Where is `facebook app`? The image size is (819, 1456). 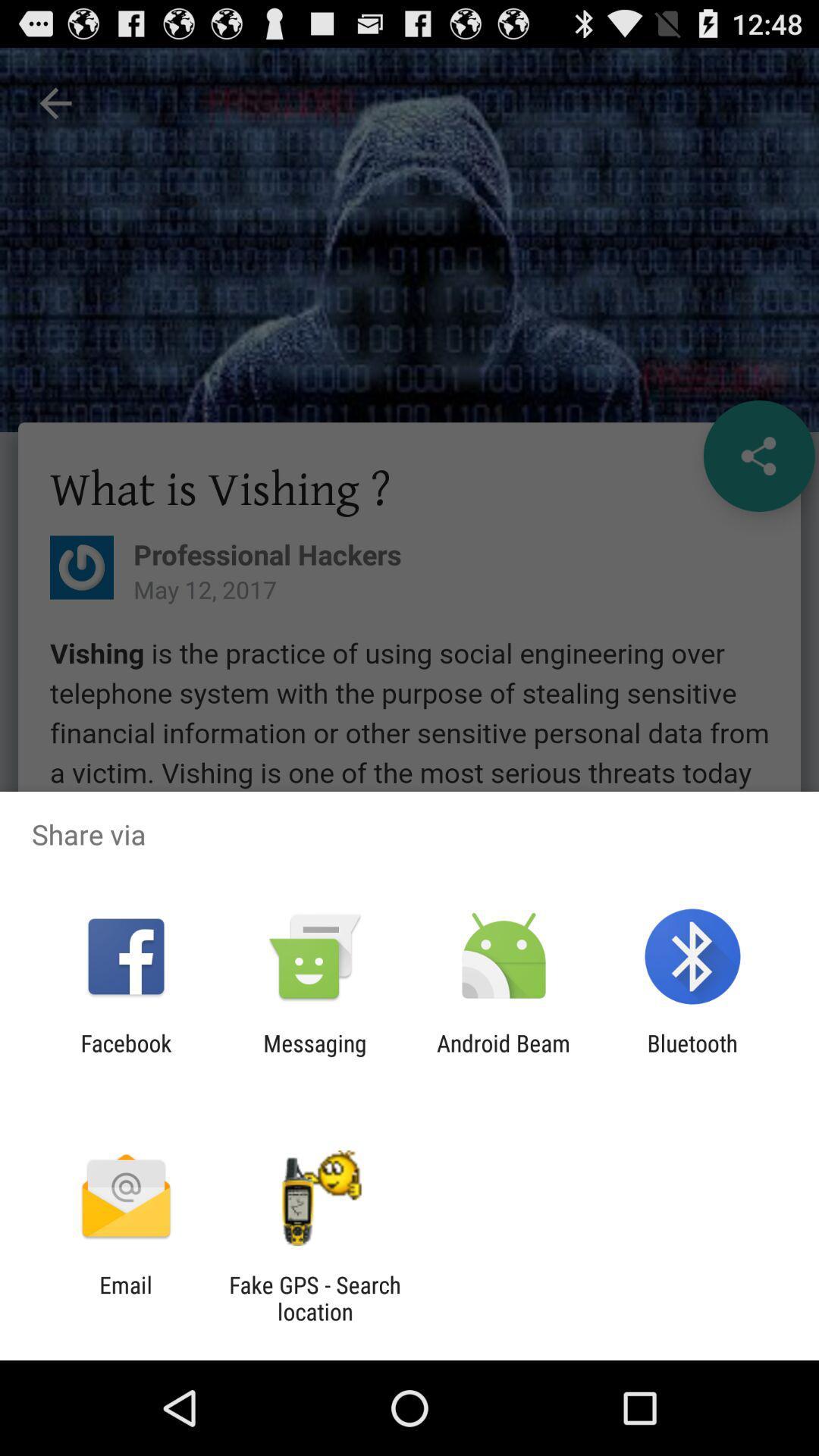
facebook app is located at coordinates (125, 1056).